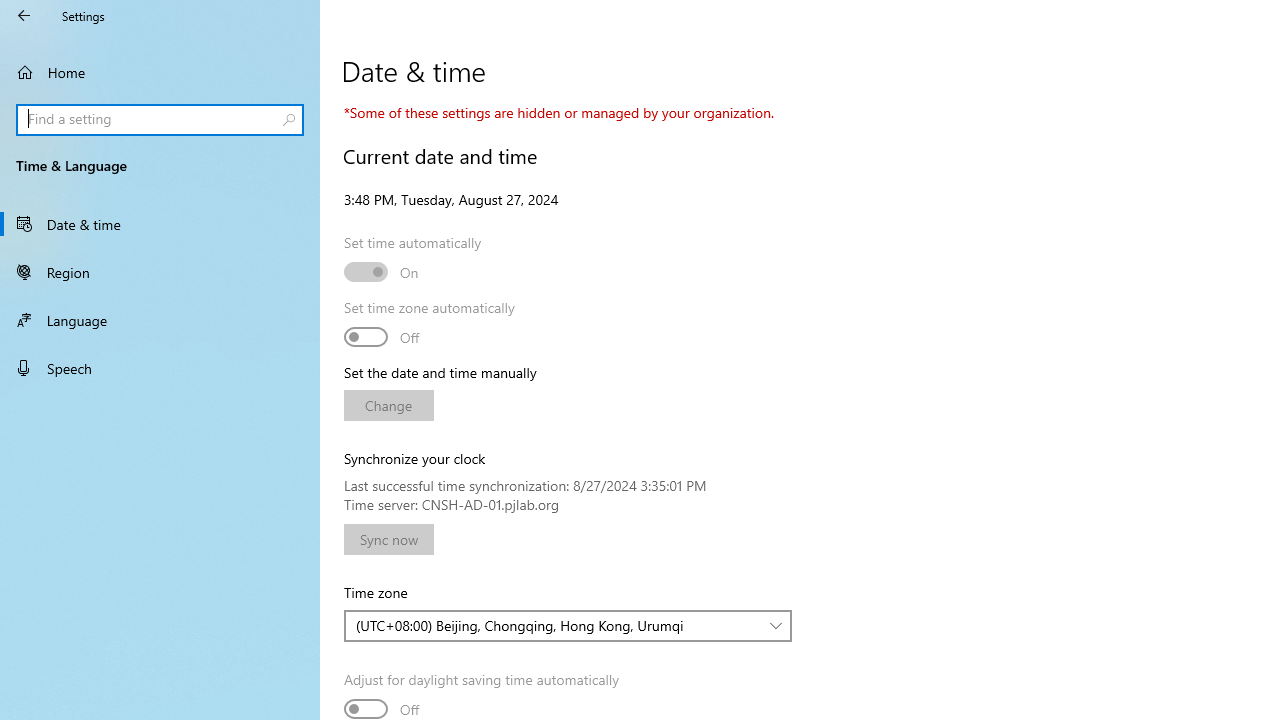 The height and width of the screenshot is (720, 1280). What do you see at coordinates (160, 271) in the screenshot?
I see `'Region'` at bounding box center [160, 271].